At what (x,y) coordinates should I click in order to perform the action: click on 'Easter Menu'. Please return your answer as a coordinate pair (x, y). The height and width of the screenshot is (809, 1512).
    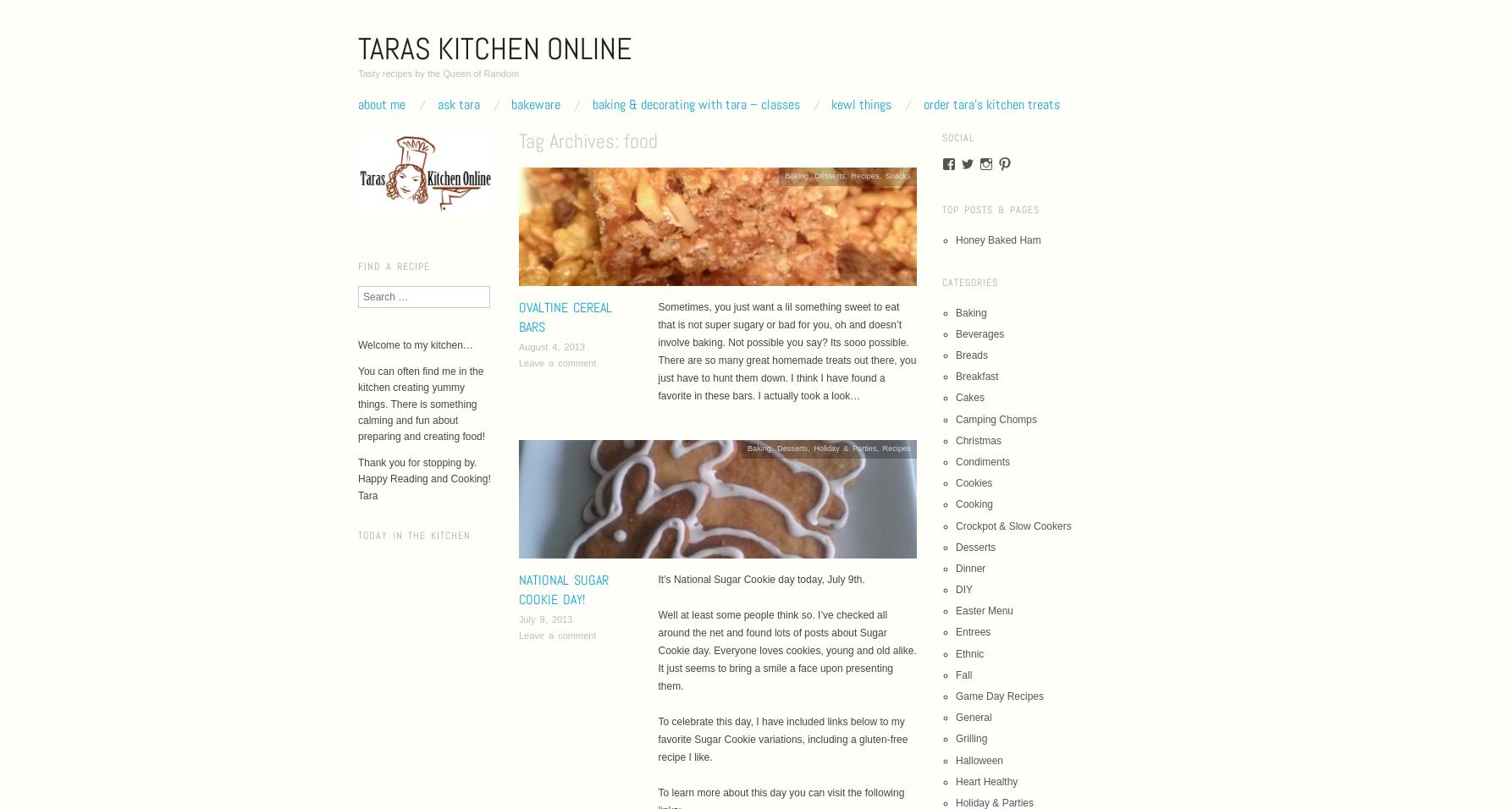
    Looking at the image, I should click on (984, 609).